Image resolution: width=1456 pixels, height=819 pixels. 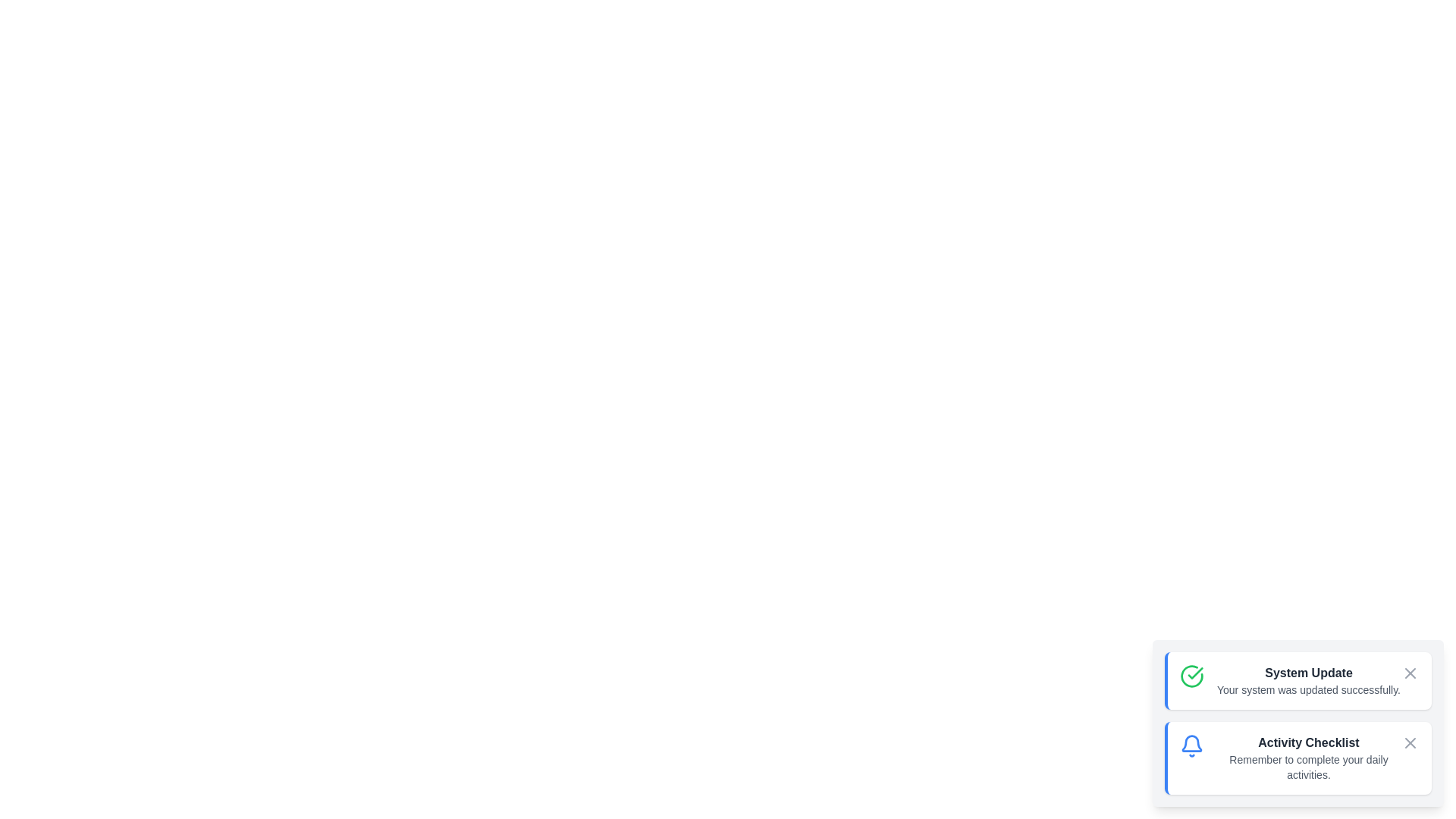 What do you see at coordinates (1298, 680) in the screenshot?
I see `the notification titled 'System Update' to inspect it` at bounding box center [1298, 680].